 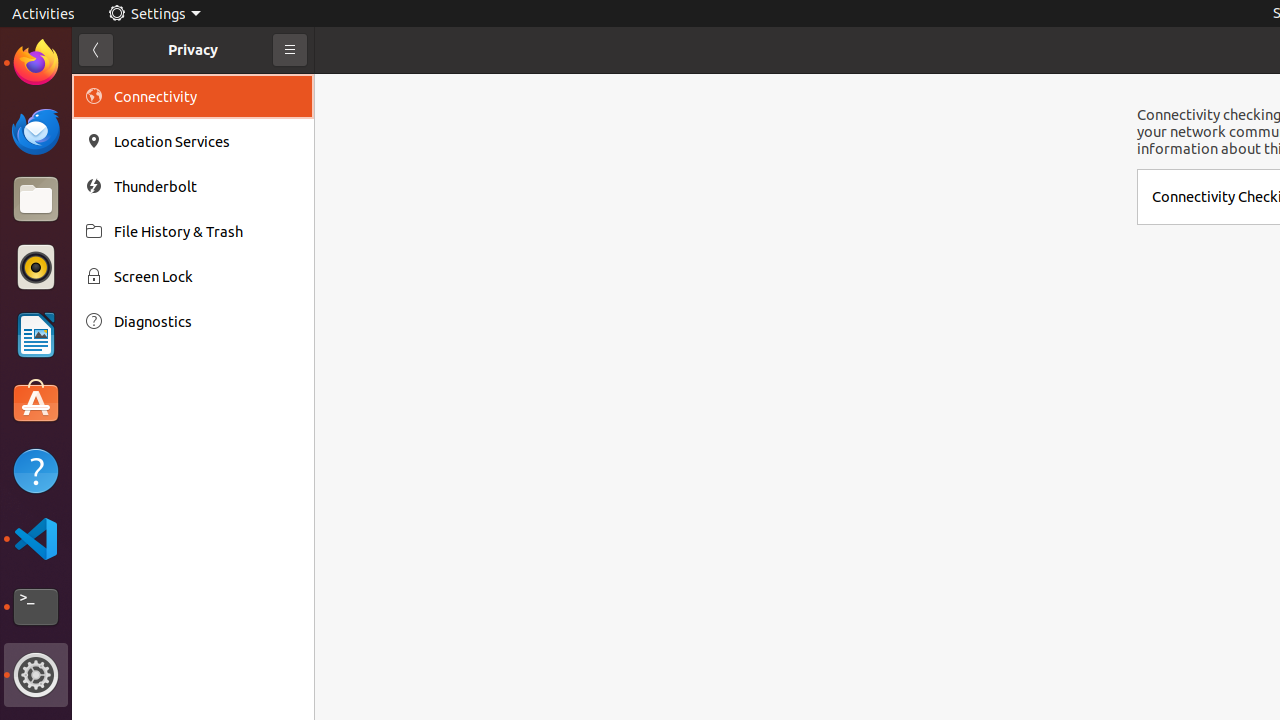 What do you see at coordinates (35, 606) in the screenshot?
I see `'Terminal'` at bounding box center [35, 606].